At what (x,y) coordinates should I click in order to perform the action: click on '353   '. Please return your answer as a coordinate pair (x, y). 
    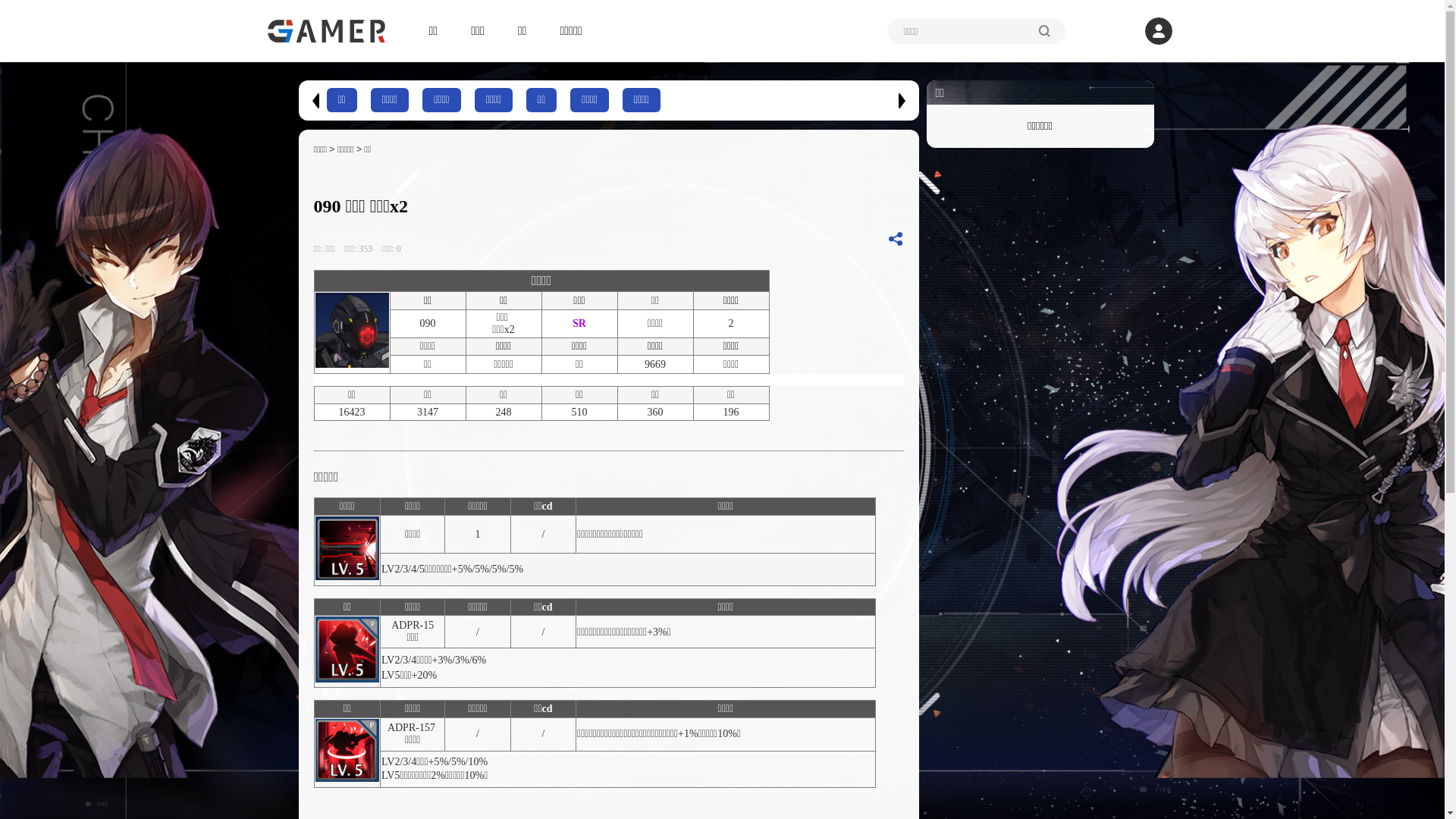
    Looking at the image, I should click on (369, 247).